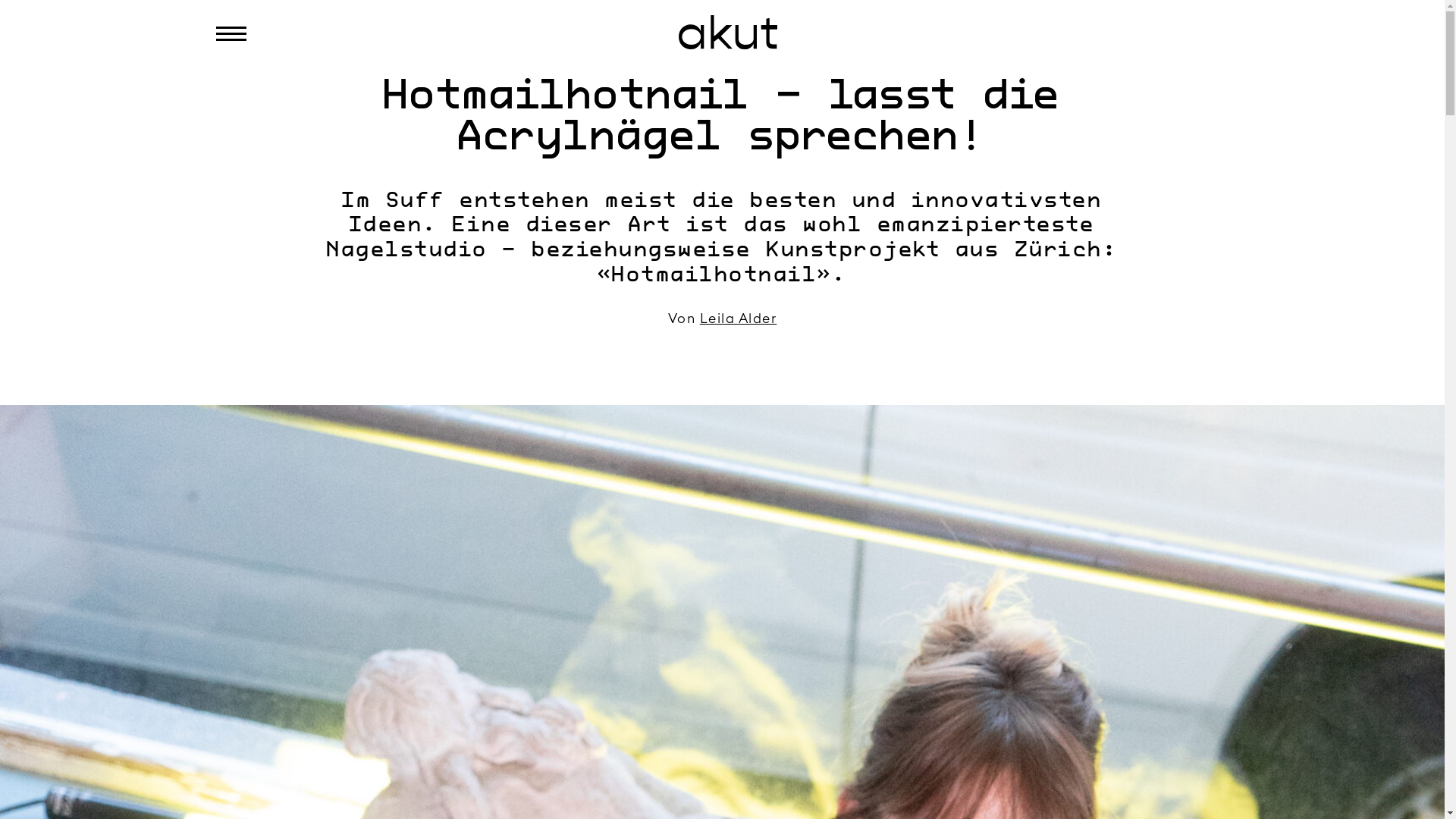 This screenshot has height=819, width=1456. Describe the element at coordinates (739, 318) in the screenshot. I see `'Leila Alder'` at that location.